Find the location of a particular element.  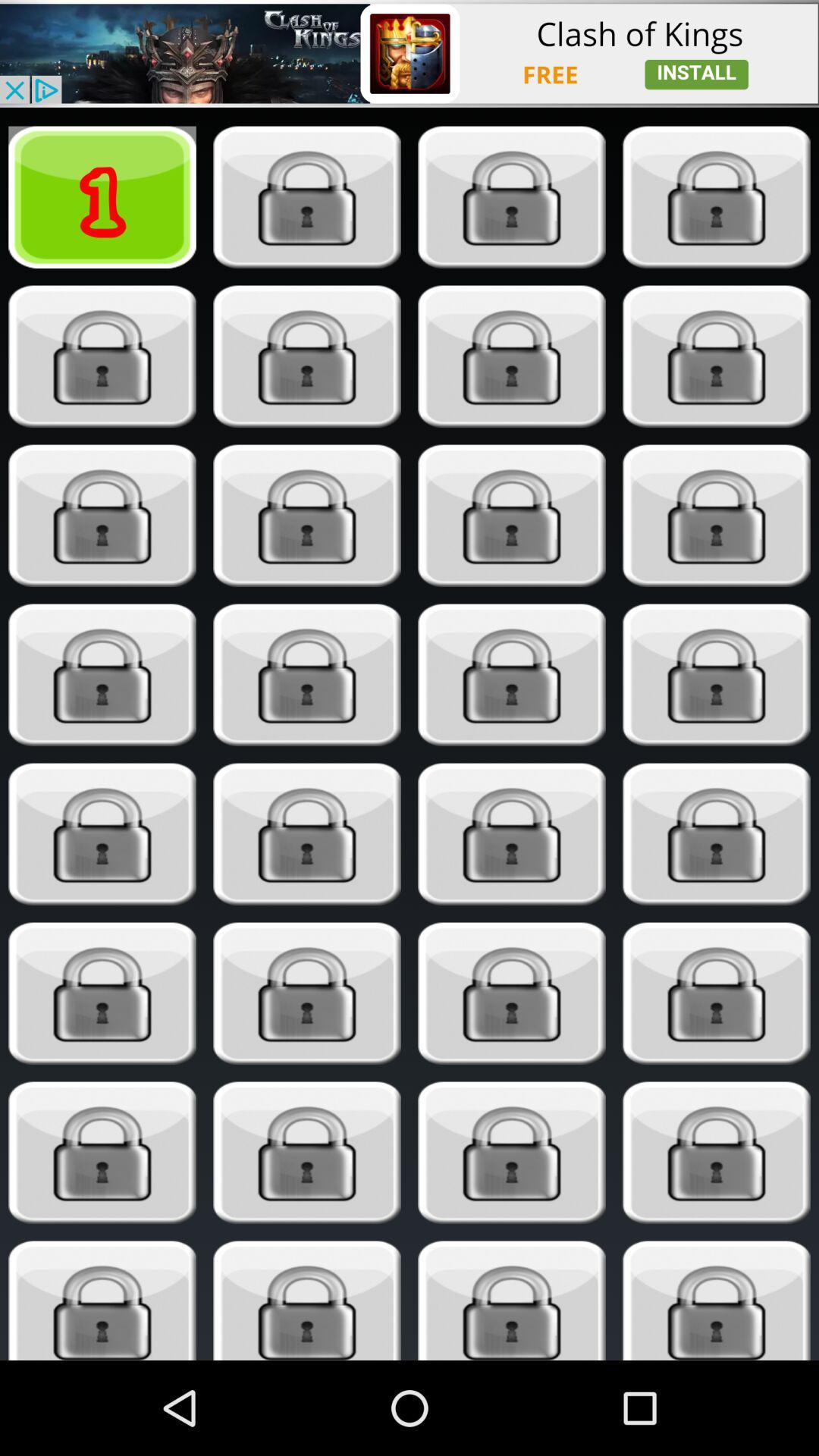

level locked is located at coordinates (717, 674).